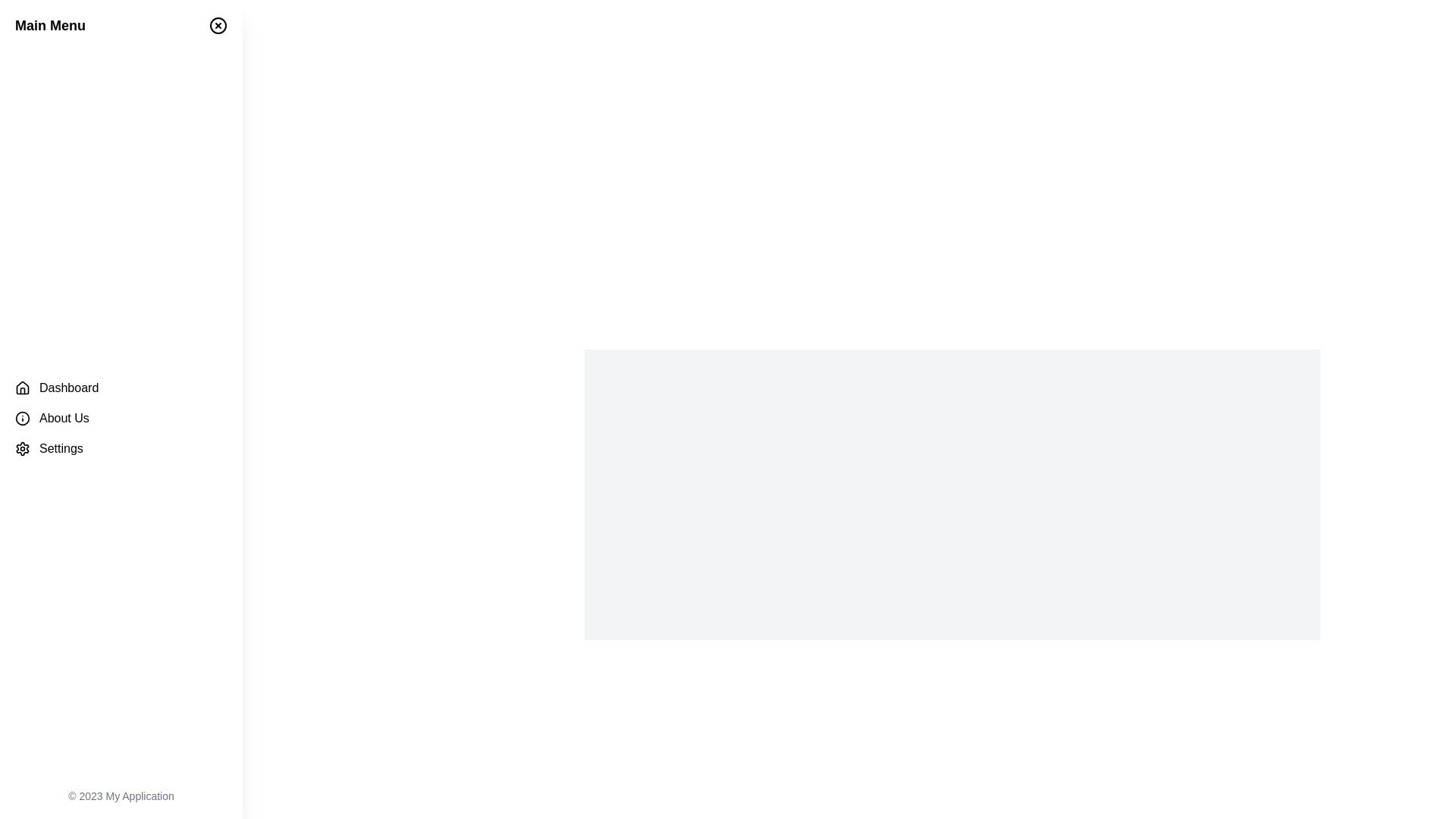 This screenshot has height=819, width=1456. I want to click on the Close button icon, which is a circular button with an 'X' mark in the center, located at the far right of the header bar labeled 'Main Menu', so click(218, 26).